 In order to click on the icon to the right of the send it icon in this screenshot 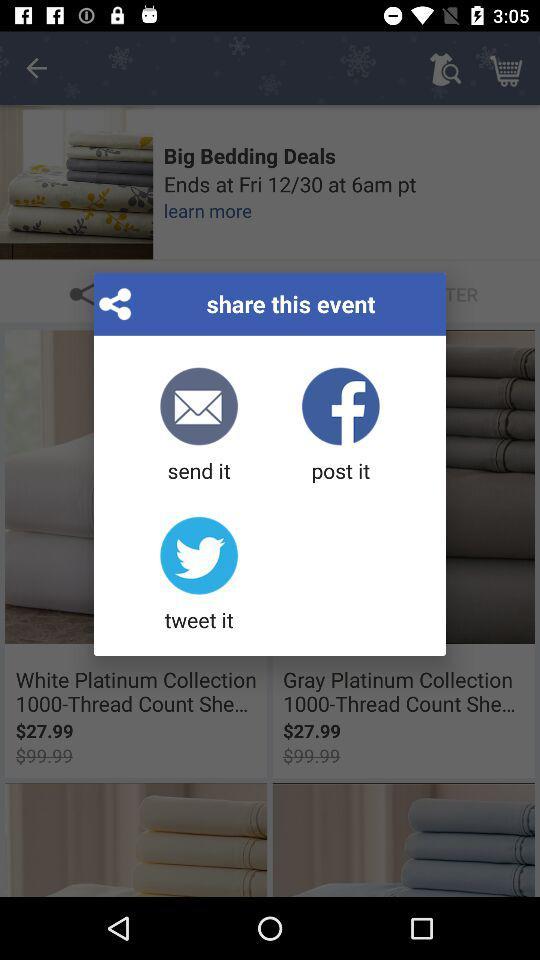, I will do `click(339, 426)`.